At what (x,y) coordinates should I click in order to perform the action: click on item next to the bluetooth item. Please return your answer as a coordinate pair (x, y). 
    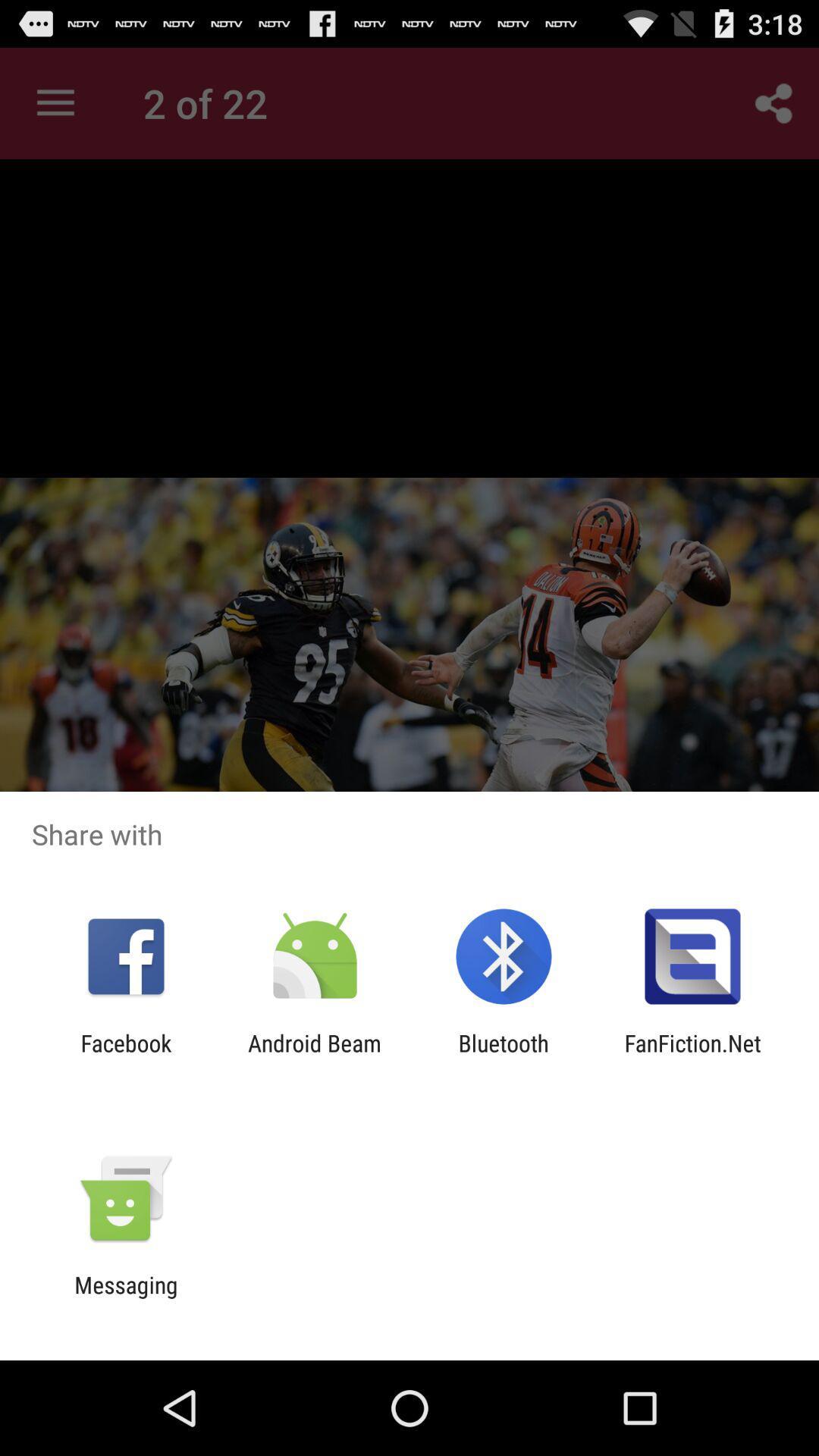
    Looking at the image, I should click on (314, 1056).